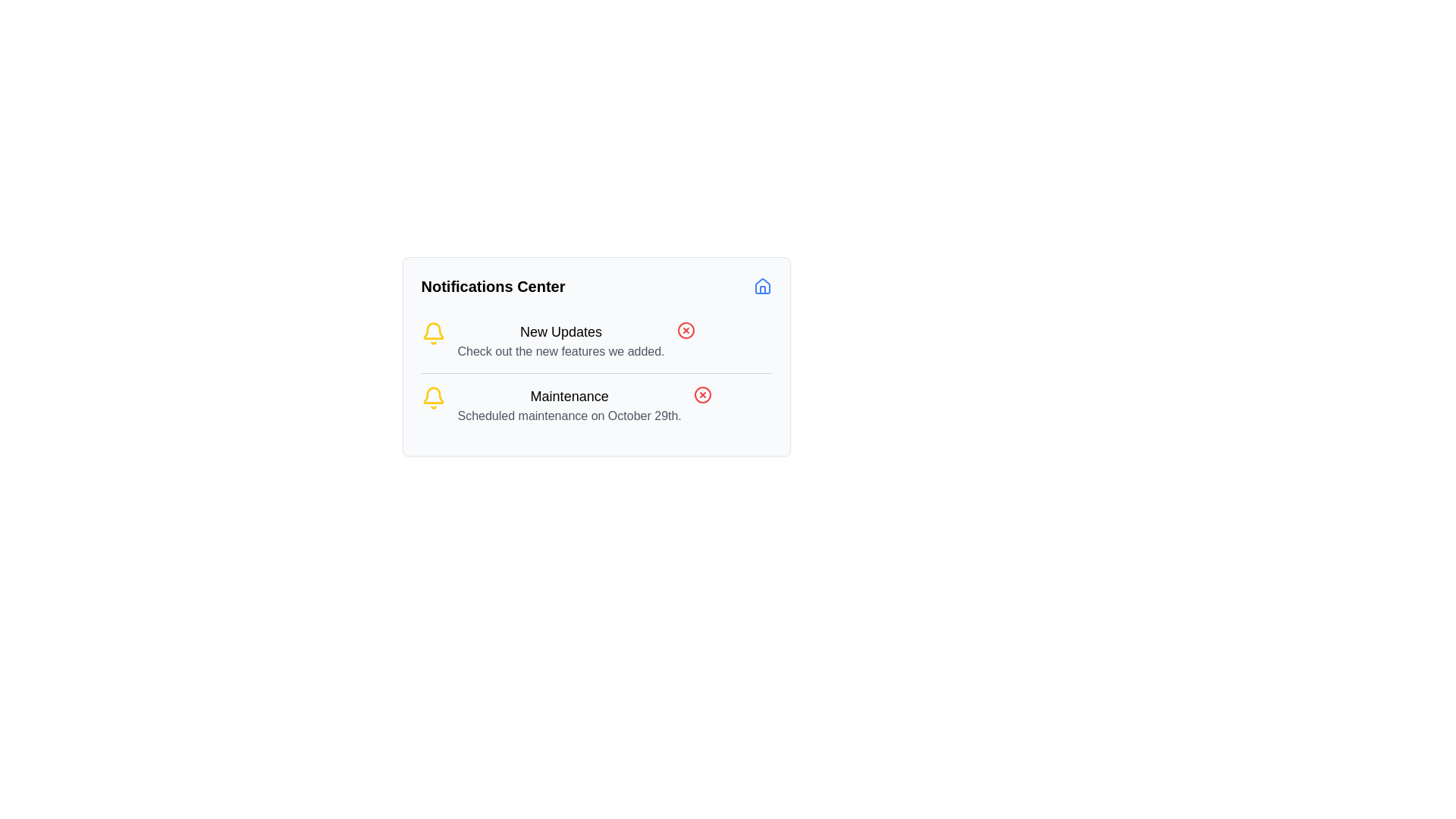  What do you see at coordinates (762, 287) in the screenshot?
I see `the blue house icon located at the far-right side of the Notifications Center section header` at bounding box center [762, 287].